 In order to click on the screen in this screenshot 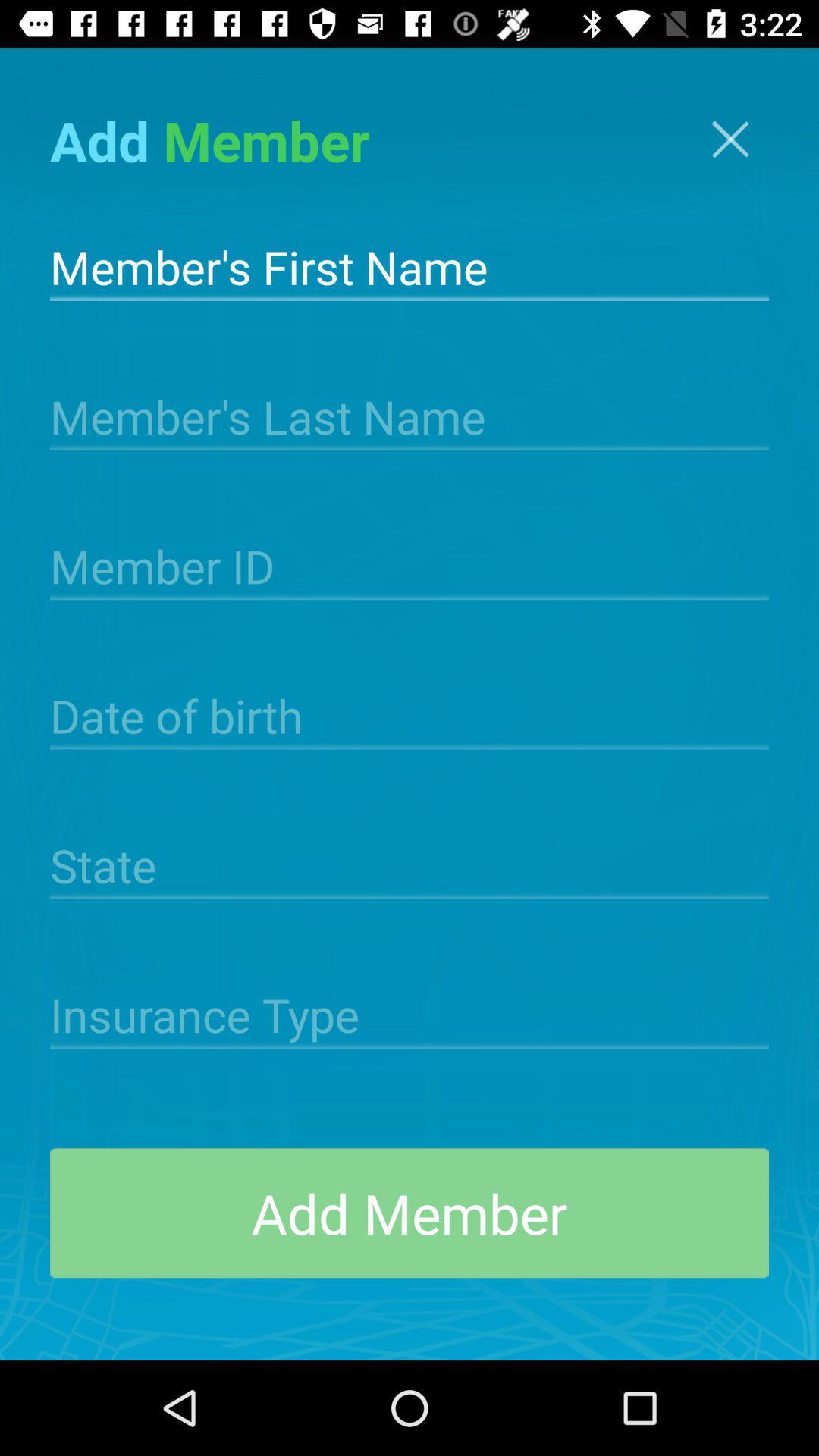, I will do `click(730, 139)`.